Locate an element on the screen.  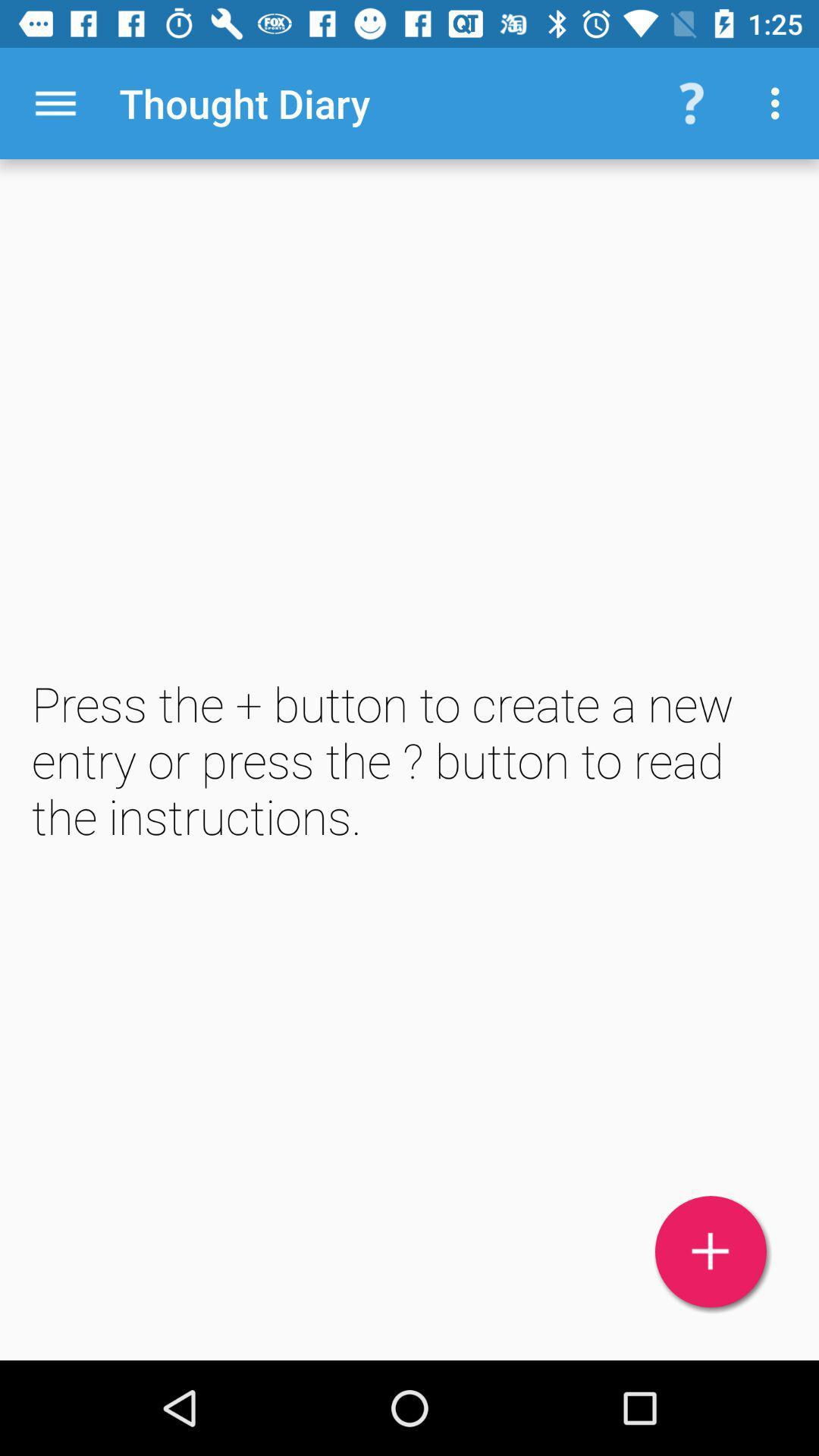
item below press the button icon is located at coordinates (711, 1251).